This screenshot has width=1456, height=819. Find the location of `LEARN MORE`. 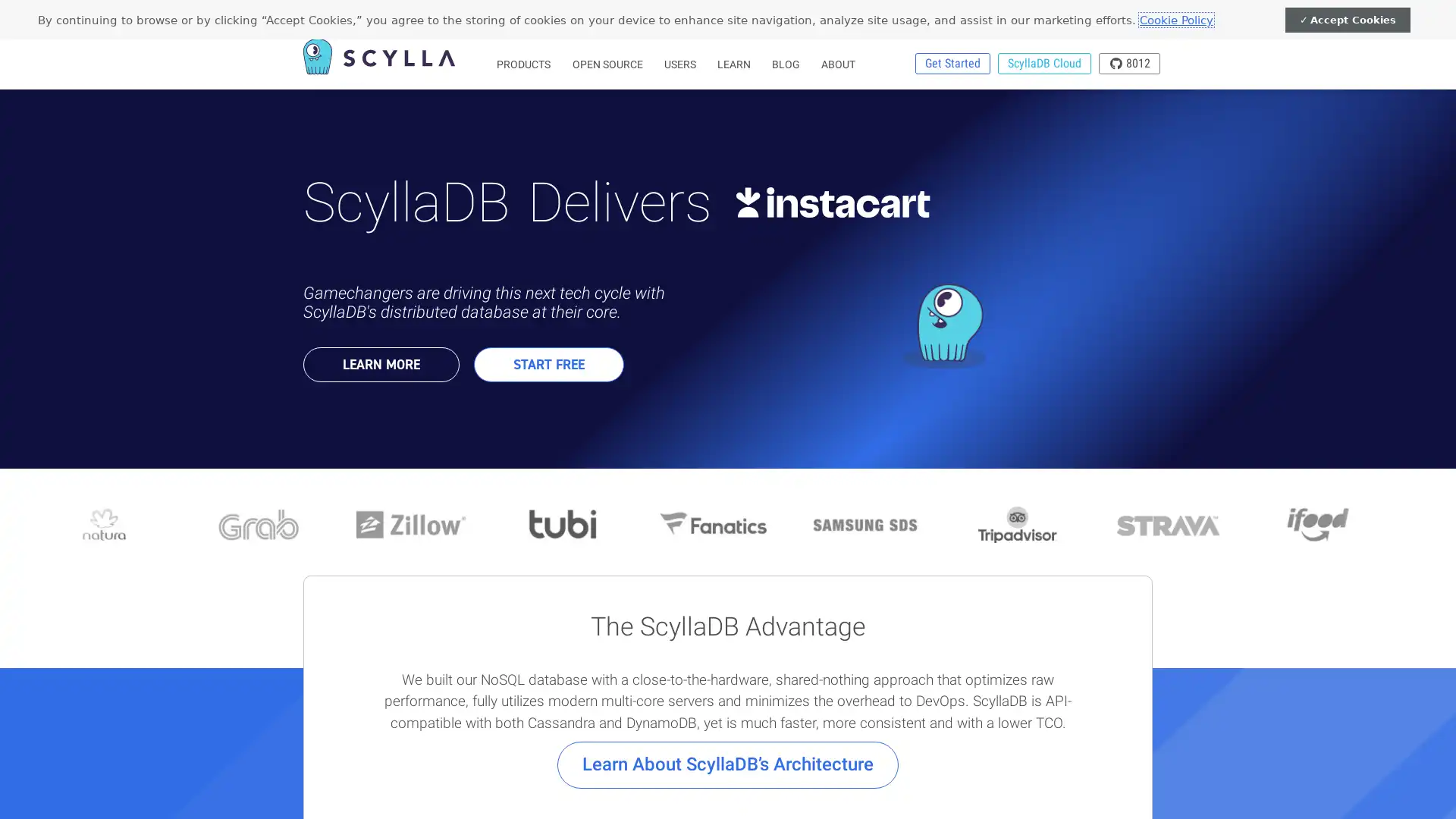

LEARN MORE is located at coordinates (381, 364).